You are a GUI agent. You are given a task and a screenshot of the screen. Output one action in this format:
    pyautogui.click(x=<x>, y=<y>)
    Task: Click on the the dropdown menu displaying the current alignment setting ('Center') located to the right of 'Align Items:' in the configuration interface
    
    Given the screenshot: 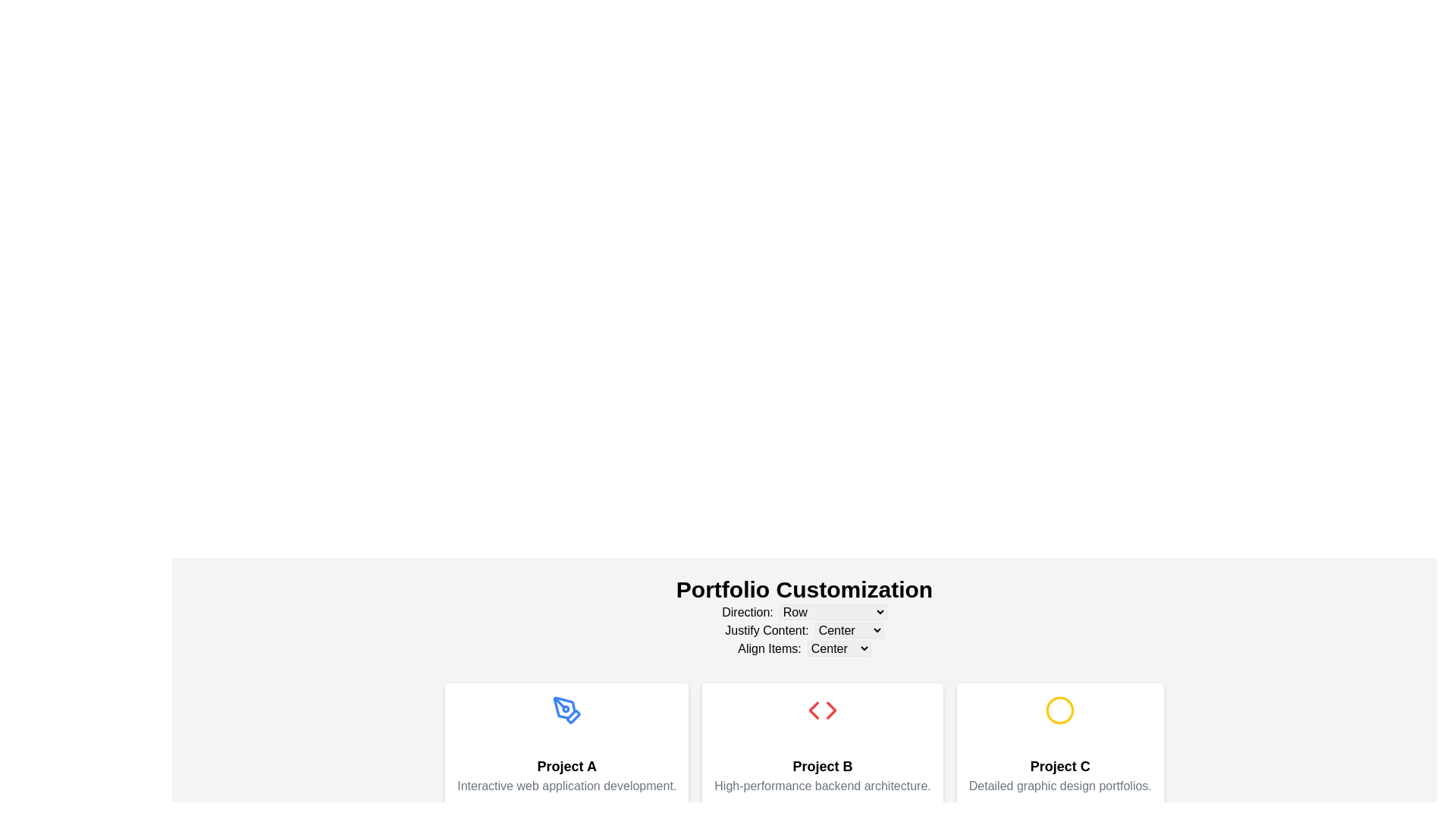 What is the action you would take?
    pyautogui.click(x=838, y=648)
    